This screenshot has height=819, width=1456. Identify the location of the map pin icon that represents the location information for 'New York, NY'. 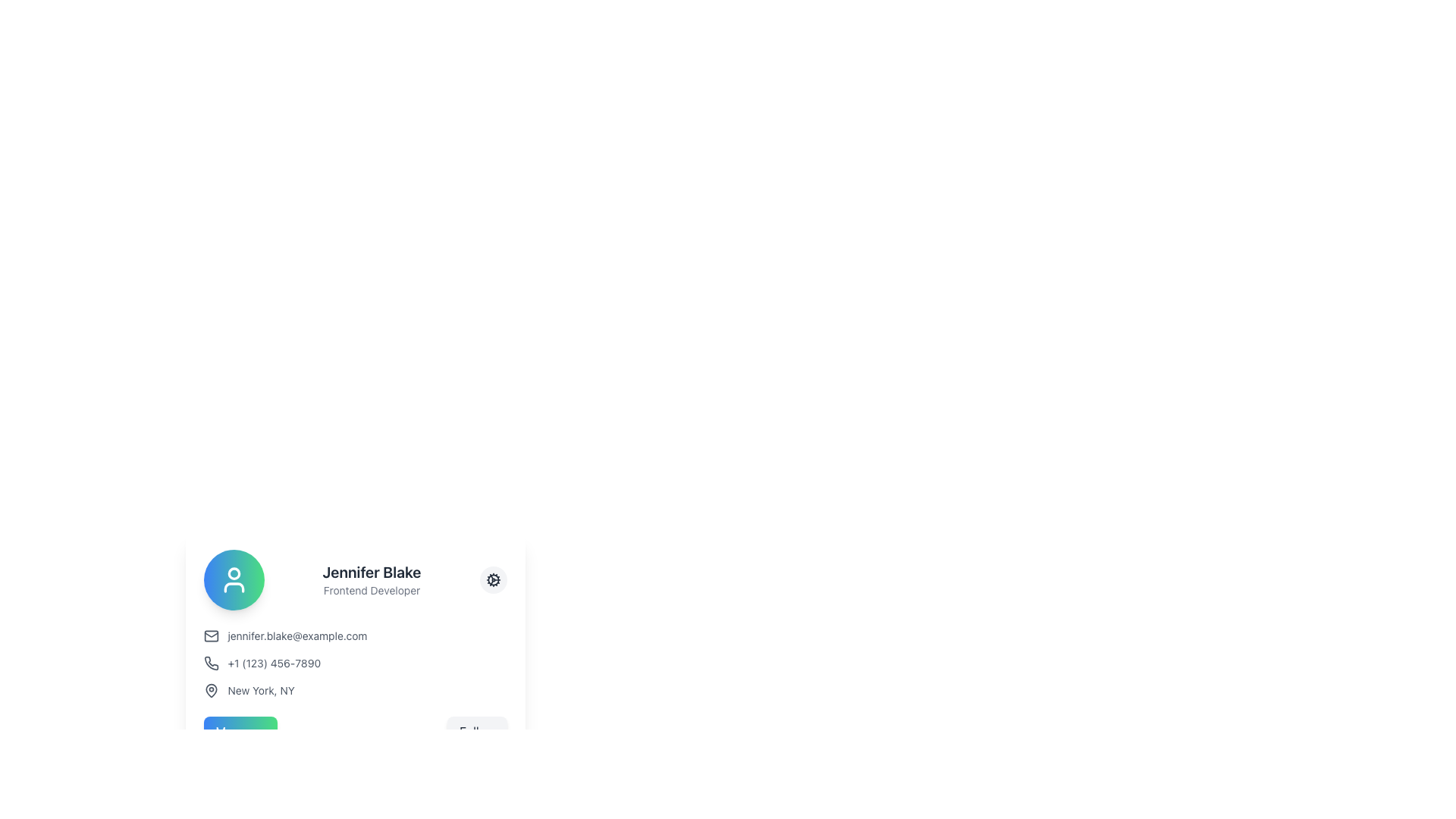
(210, 690).